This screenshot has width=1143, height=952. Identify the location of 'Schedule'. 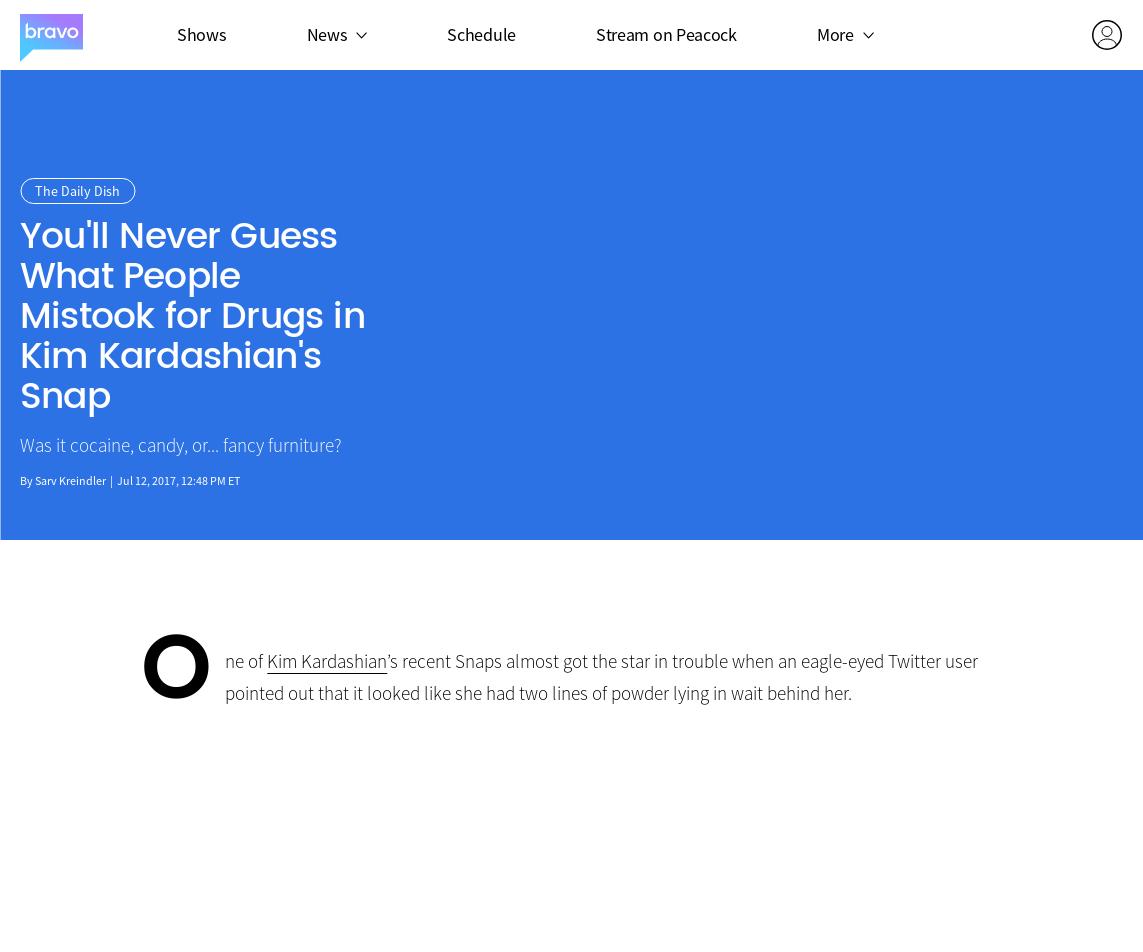
(480, 33).